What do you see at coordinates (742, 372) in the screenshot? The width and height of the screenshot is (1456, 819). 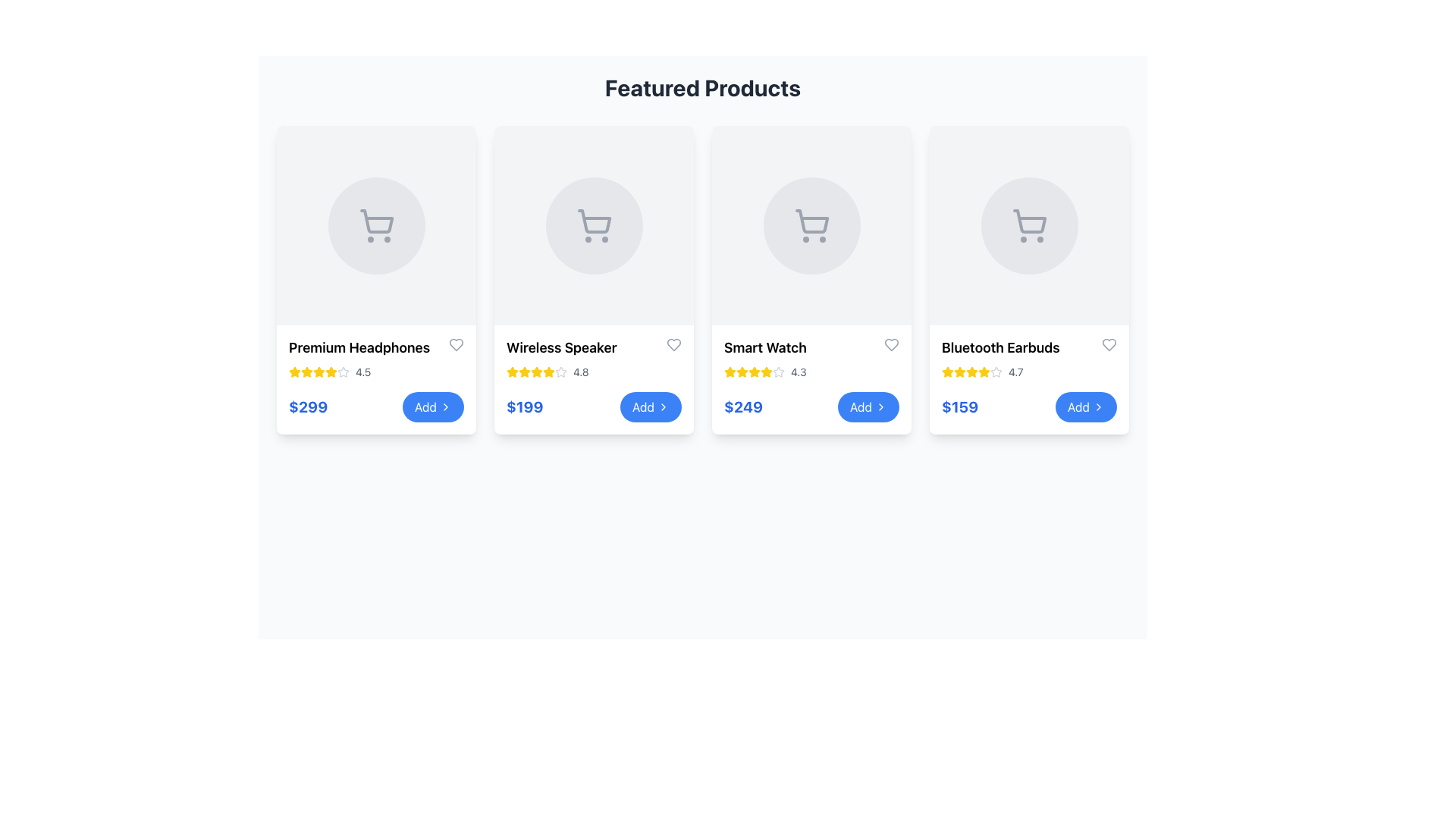 I see `the third star icon in the product rating section, which is a yellow star with a black outline, indicating a rating of '4.3'` at bounding box center [742, 372].